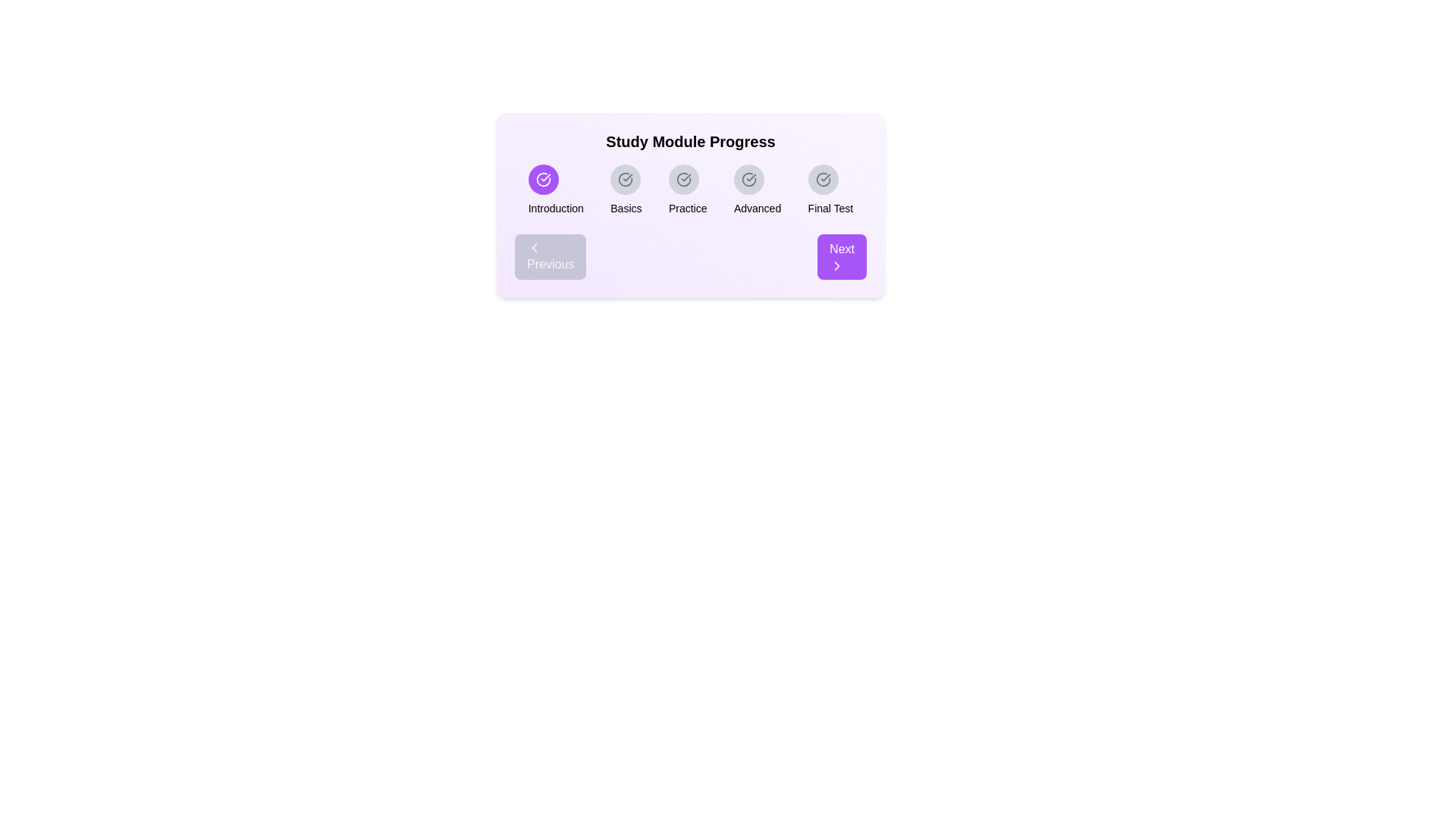  I want to click on the circular icon with a light gray background and a checkmark in its center, so click(626, 178).